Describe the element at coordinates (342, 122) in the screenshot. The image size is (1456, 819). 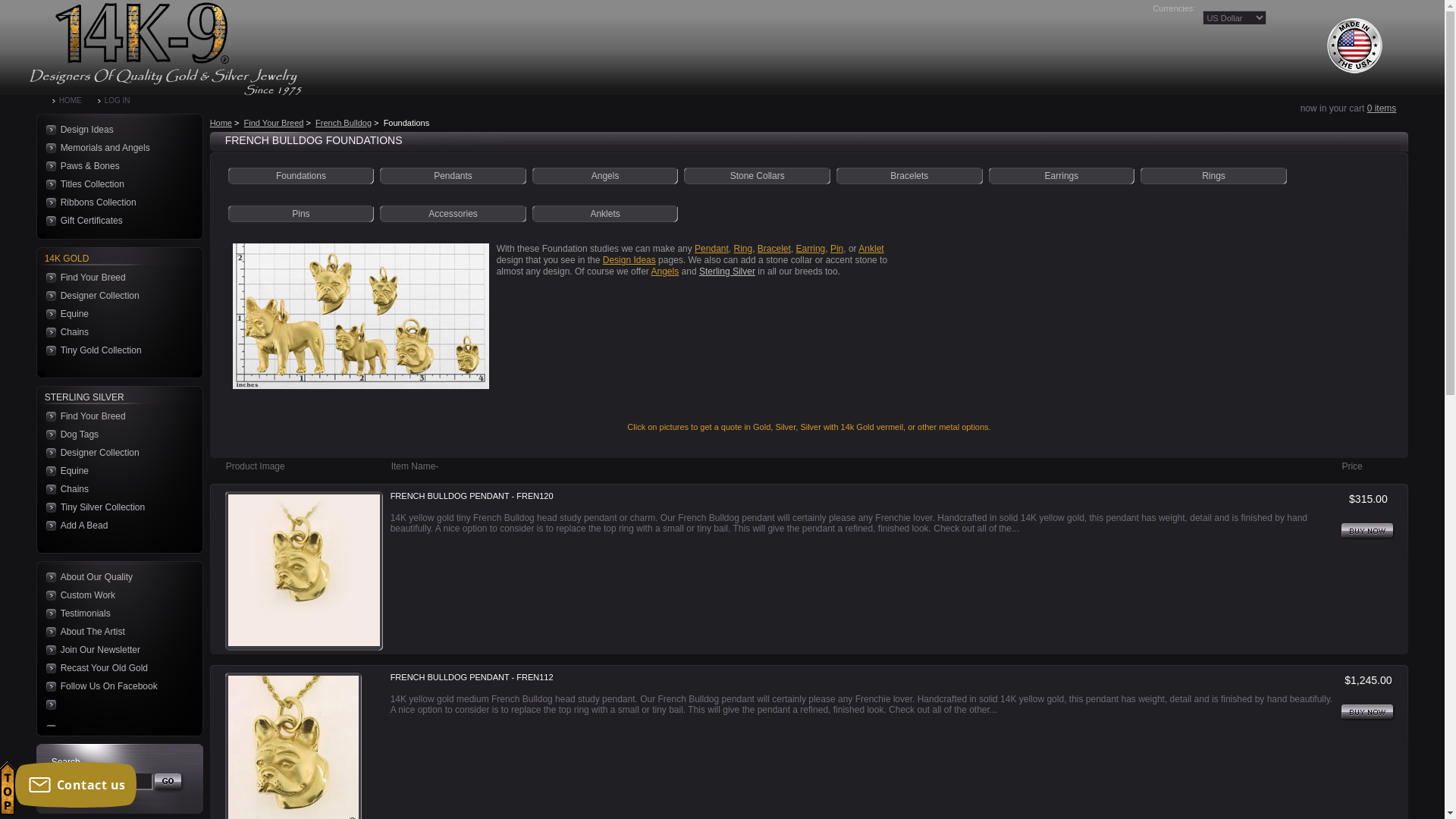
I see `'French Bulldog'` at that location.